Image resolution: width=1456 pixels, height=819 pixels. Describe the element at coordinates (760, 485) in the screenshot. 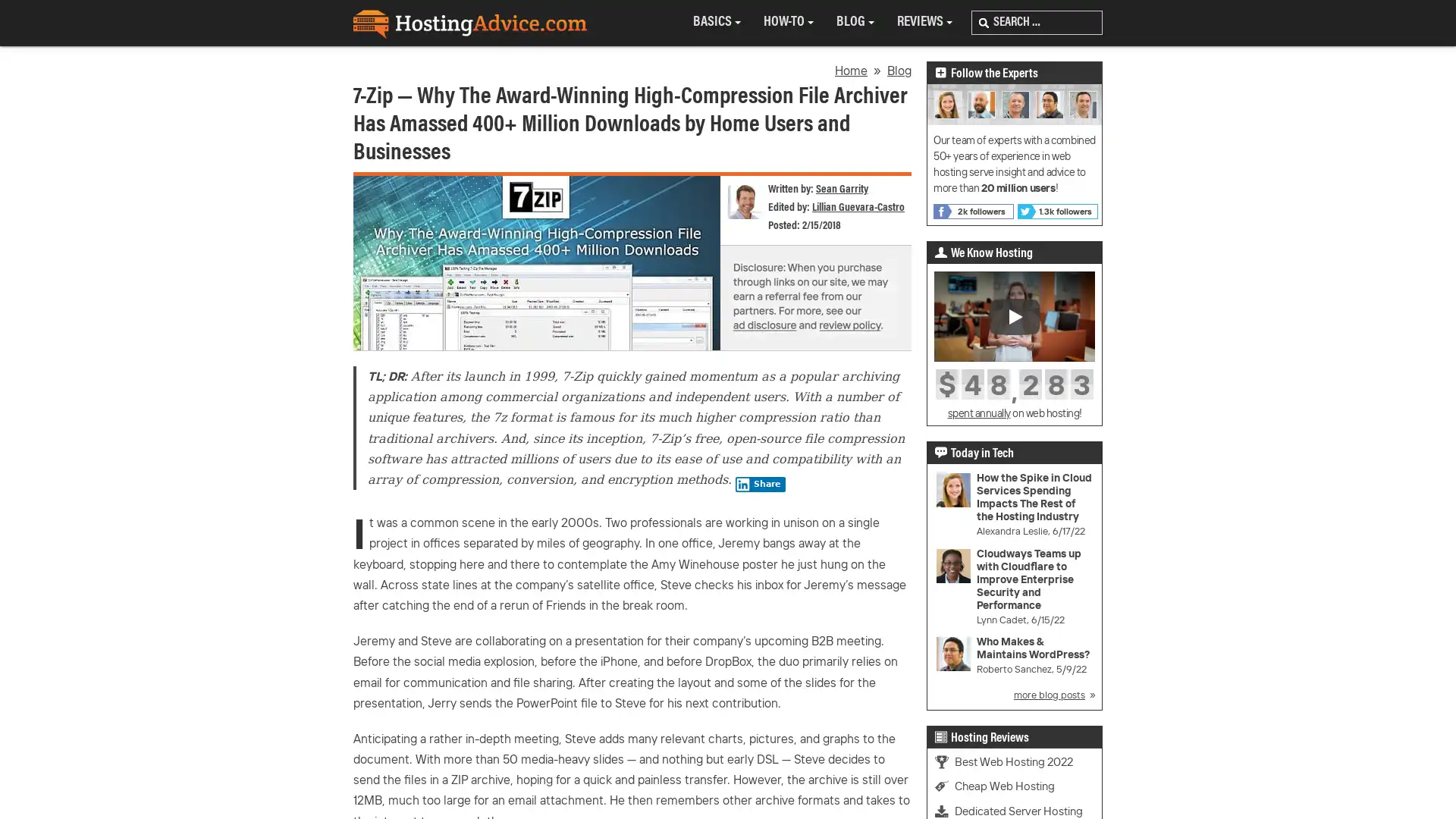

I see `Share` at that location.